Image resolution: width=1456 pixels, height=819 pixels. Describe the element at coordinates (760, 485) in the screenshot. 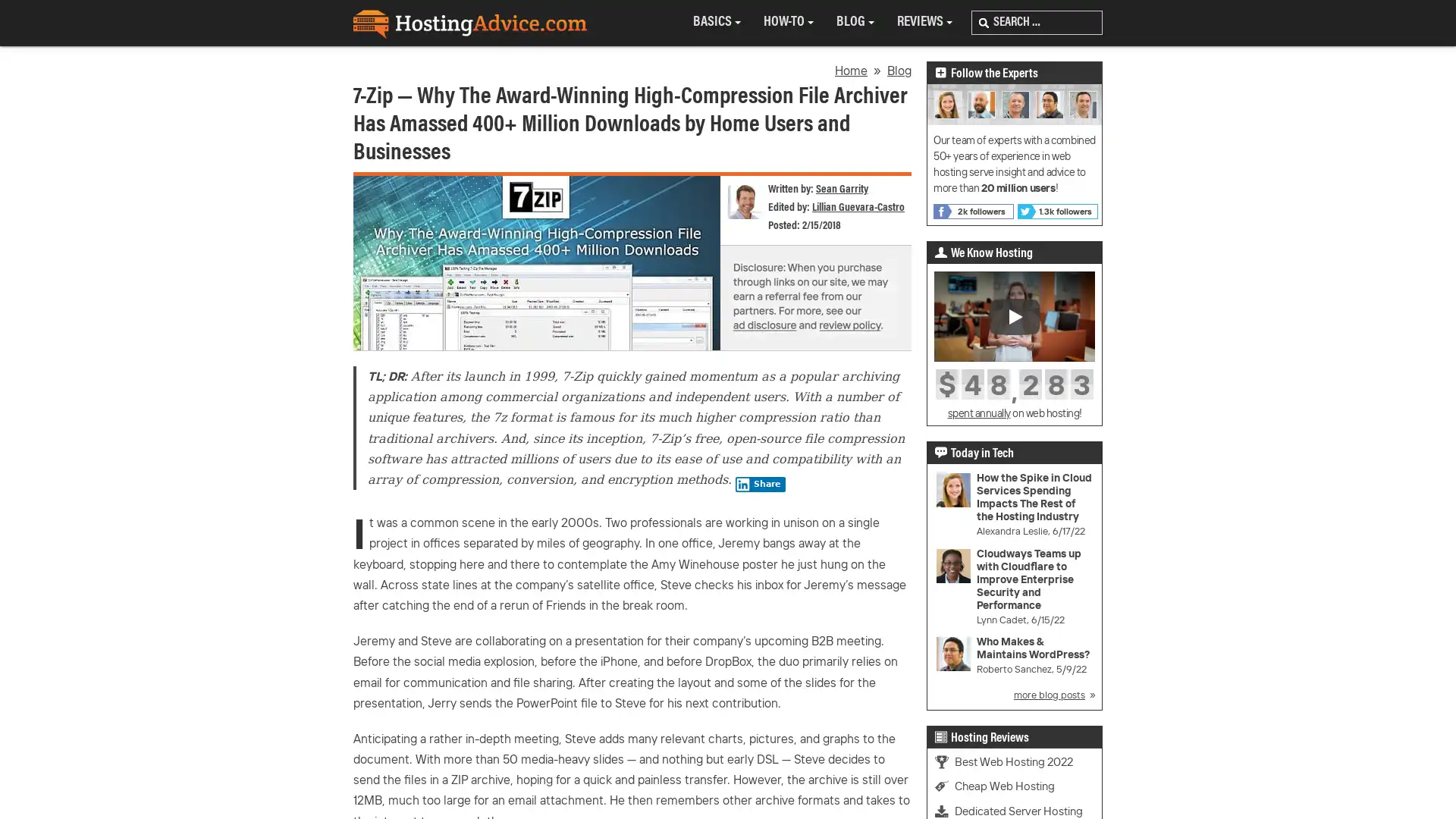

I see `Share` at that location.